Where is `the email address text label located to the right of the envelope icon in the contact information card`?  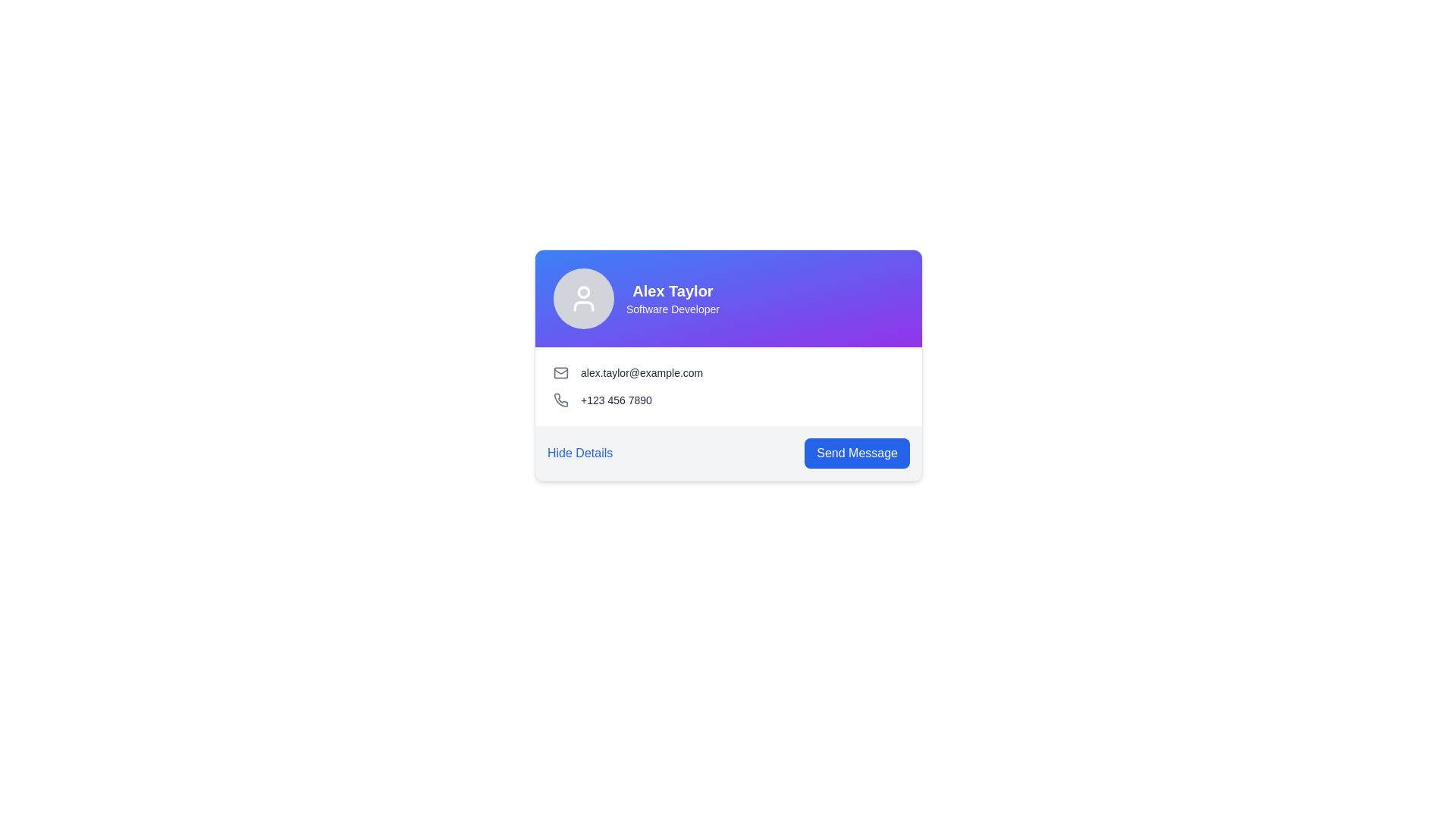 the email address text label located to the right of the envelope icon in the contact information card is located at coordinates (642, 373).